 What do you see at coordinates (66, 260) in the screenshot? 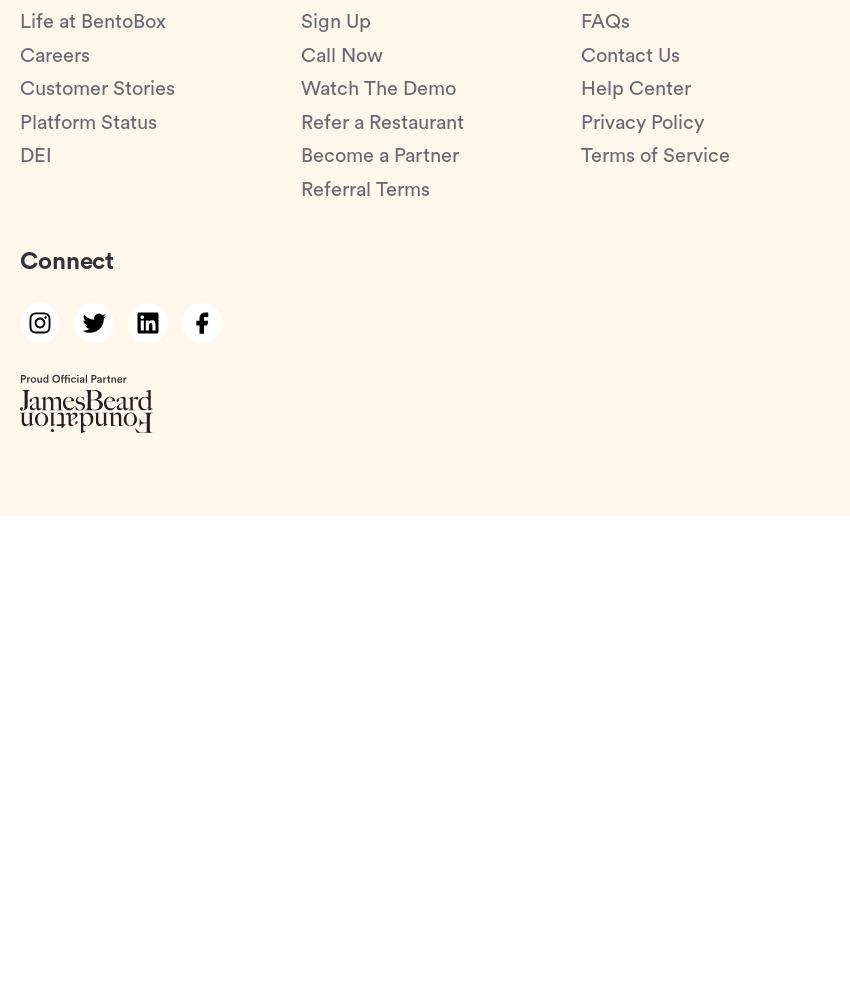
I see `'Connect'` at bounding box center [66, 260].